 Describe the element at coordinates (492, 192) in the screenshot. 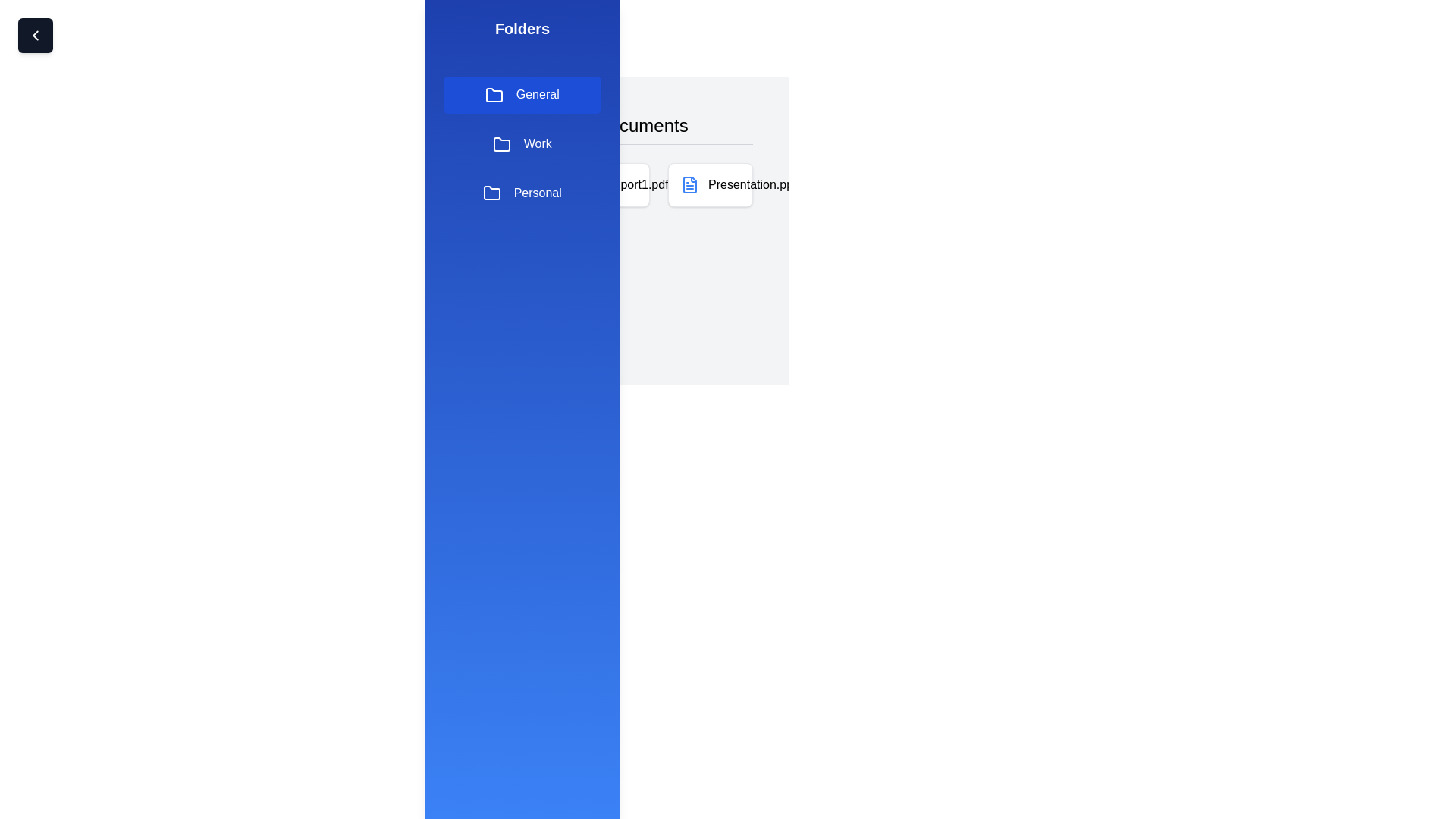

I see `the Decorative folder icon representing the 'Personal' folder, which features a rounded top-right corner and a downward-slanting left edge, styled with a blue gradient, located in the vertical folder list` at that location.